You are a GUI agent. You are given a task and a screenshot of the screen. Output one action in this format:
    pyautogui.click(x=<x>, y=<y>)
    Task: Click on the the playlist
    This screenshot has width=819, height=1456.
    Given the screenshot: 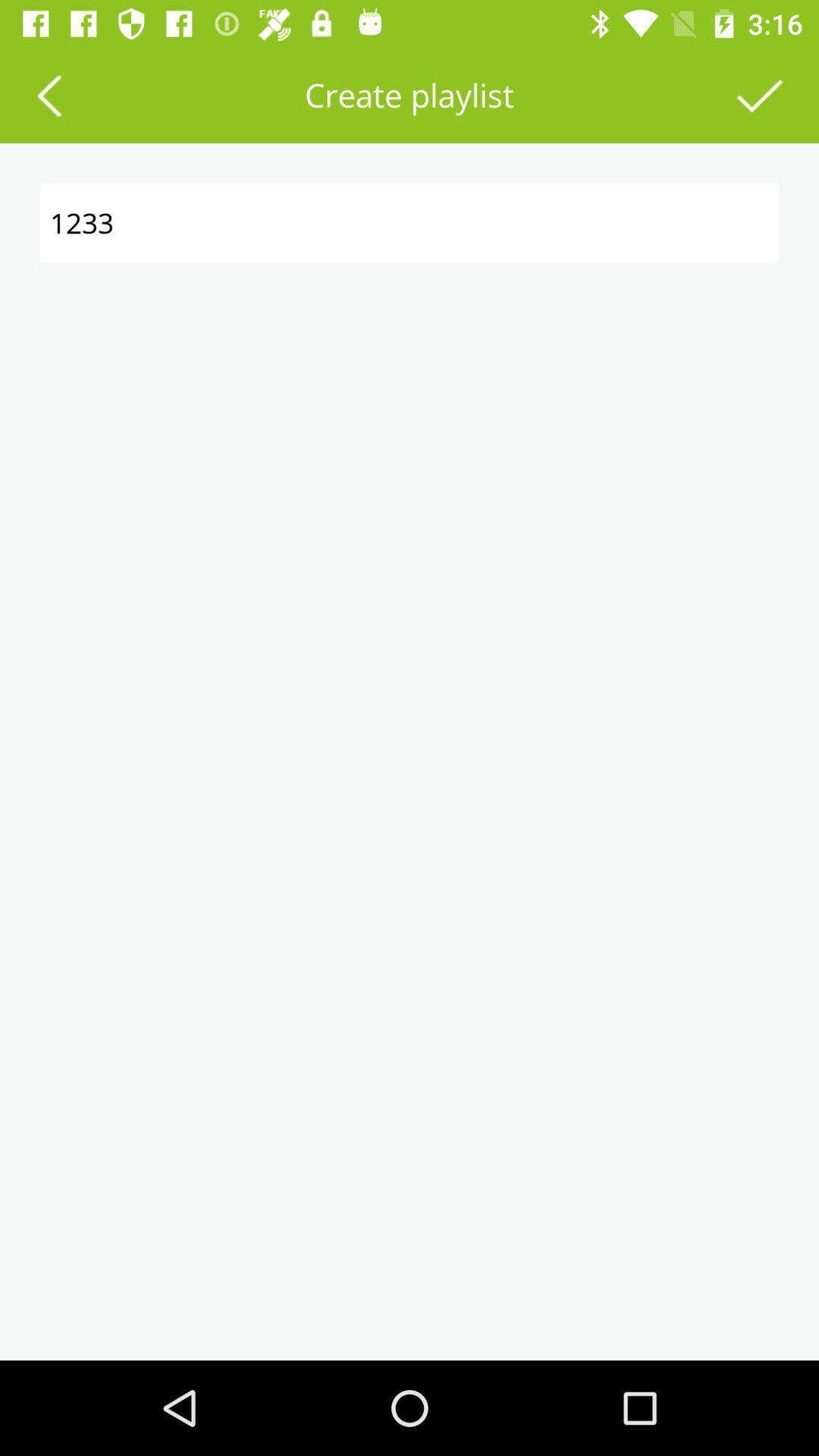 What is the action you would take?
    pyautogui.click(x=760, y=94)
    